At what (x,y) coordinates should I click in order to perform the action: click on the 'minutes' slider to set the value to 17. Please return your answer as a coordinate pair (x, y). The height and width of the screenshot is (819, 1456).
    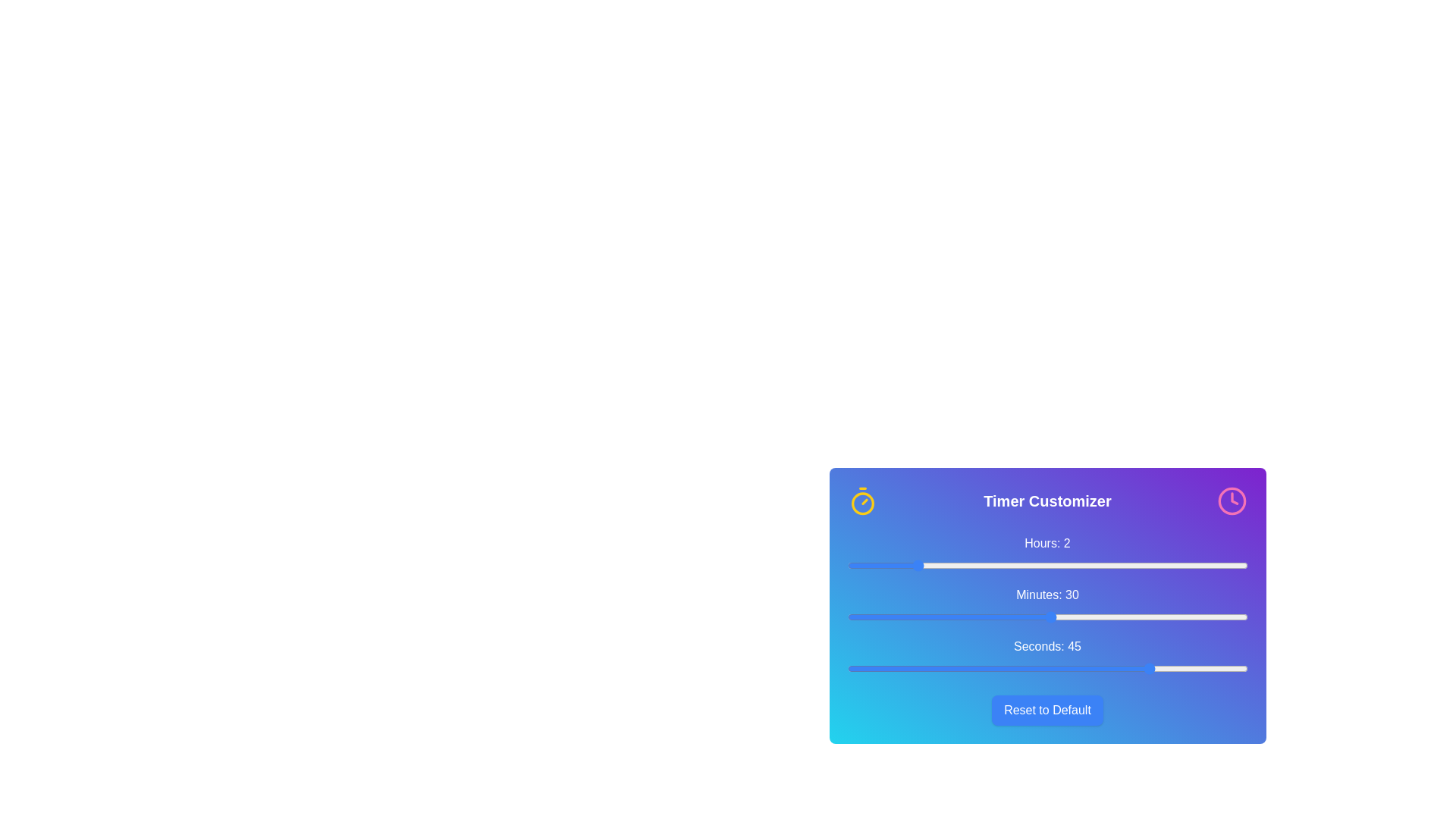
    Looking at the image, I should click on (962, 617).